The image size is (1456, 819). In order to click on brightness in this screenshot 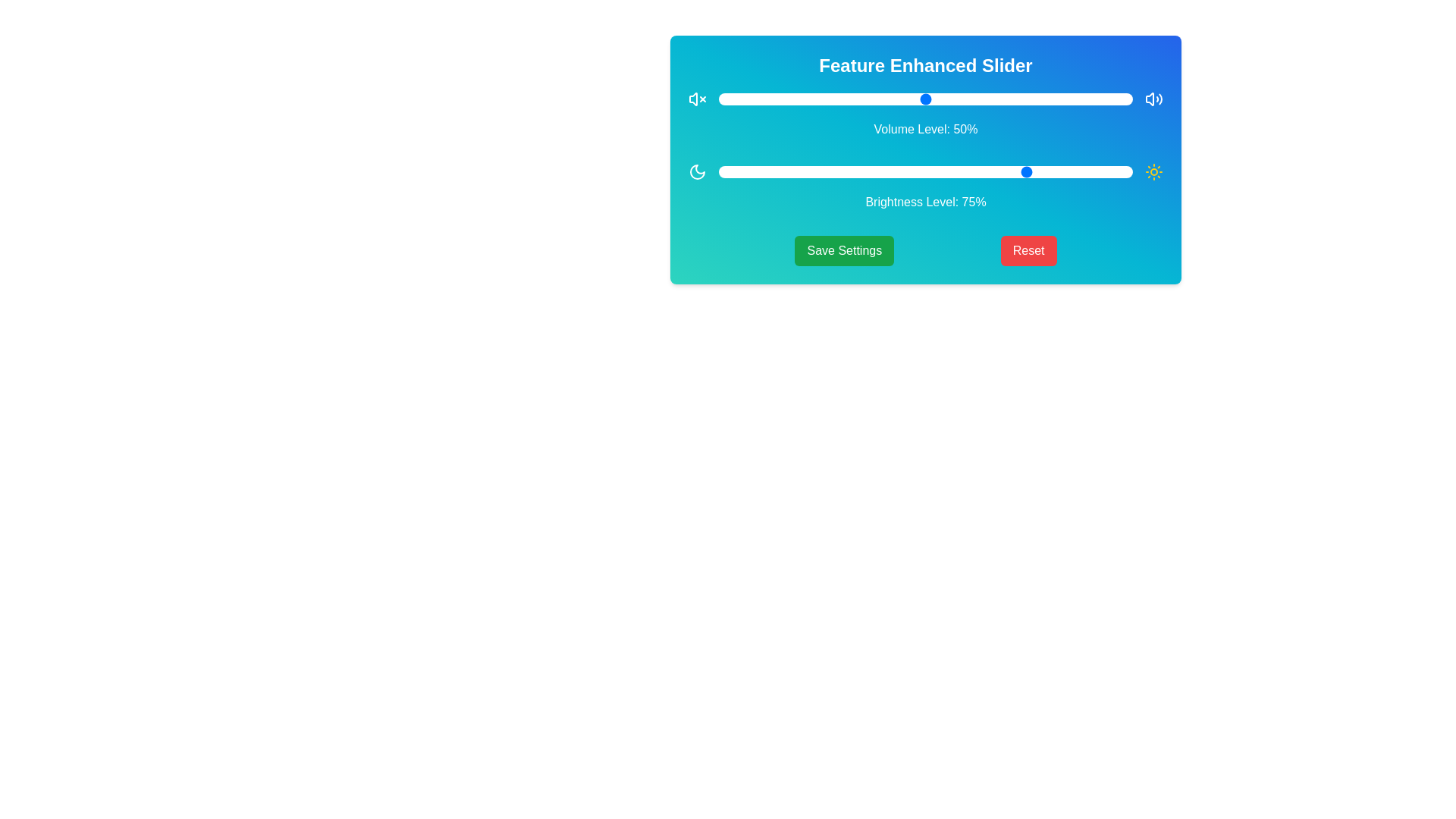, I will do `click(1049, 171)`.